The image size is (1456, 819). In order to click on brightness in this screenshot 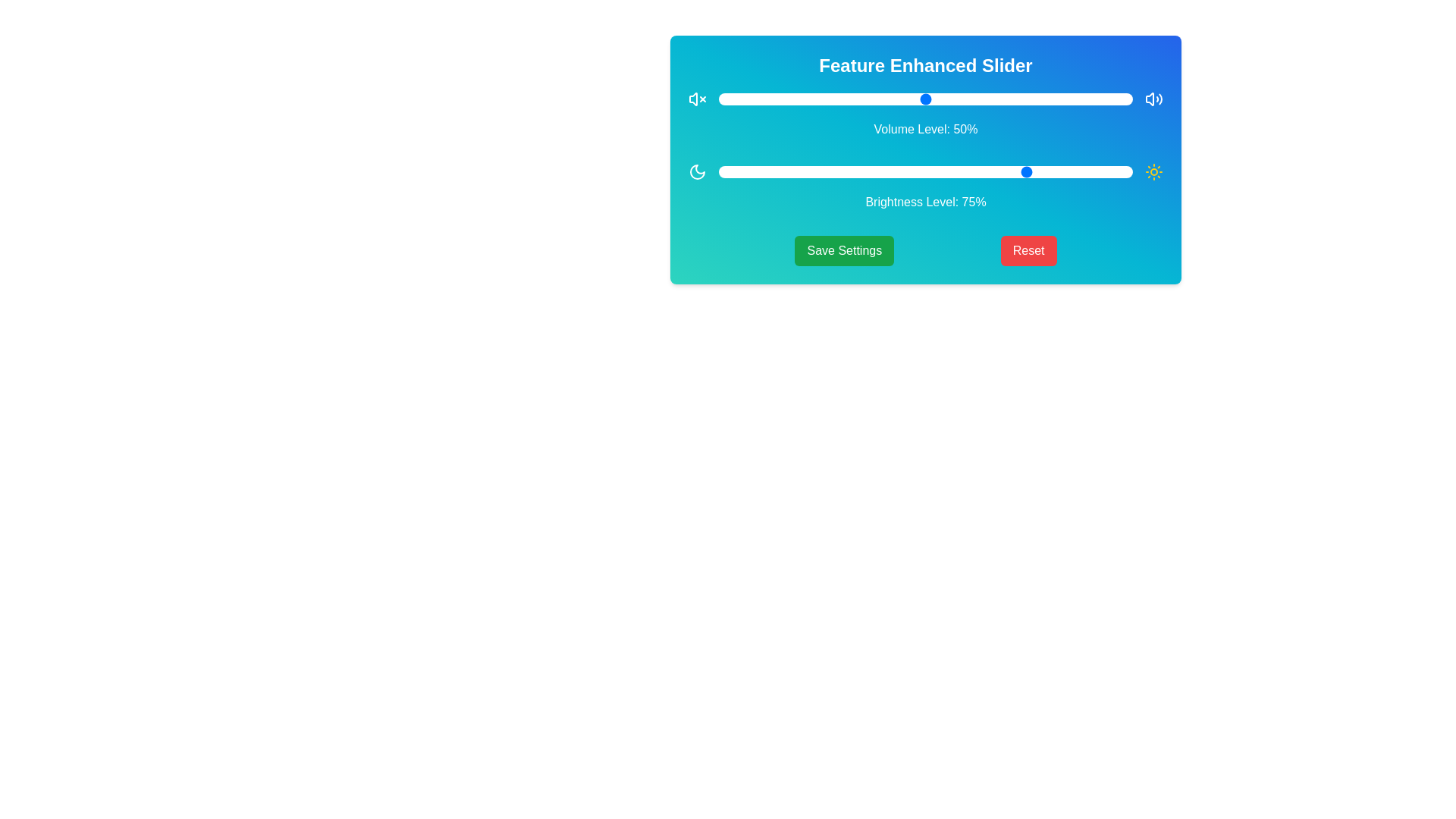, I will do `click(1049, 171)`.